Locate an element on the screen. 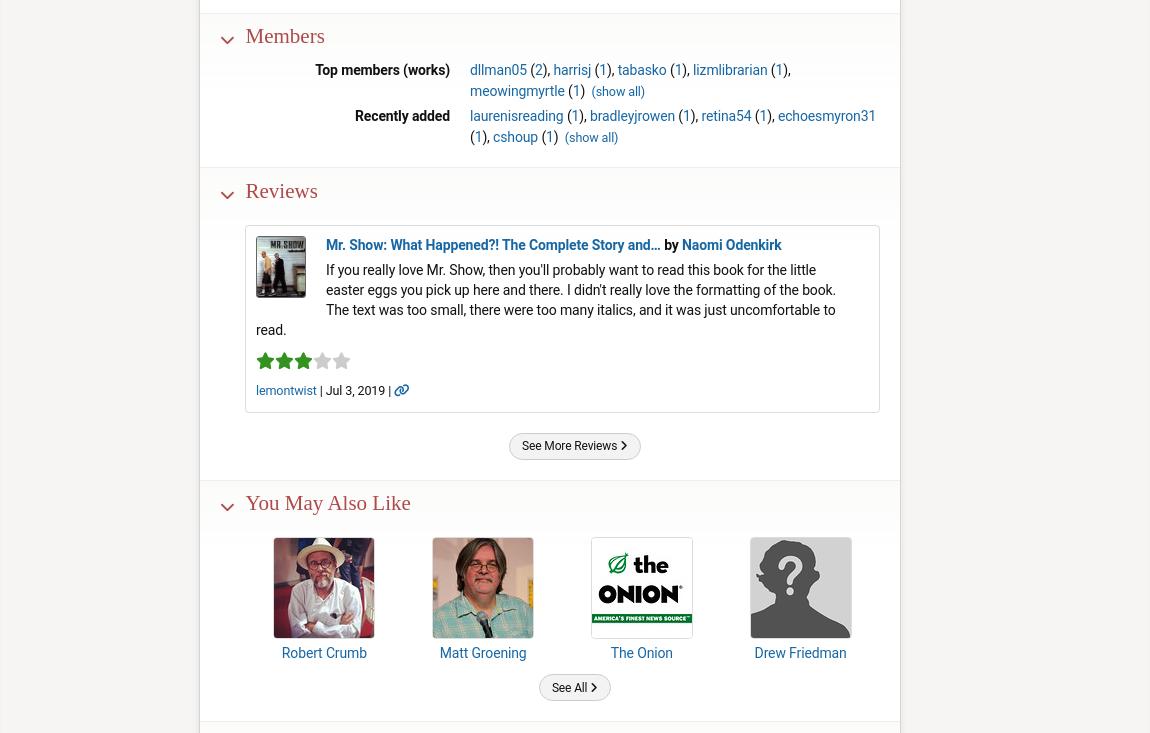  'Members' is located at coordinates (283, 34).